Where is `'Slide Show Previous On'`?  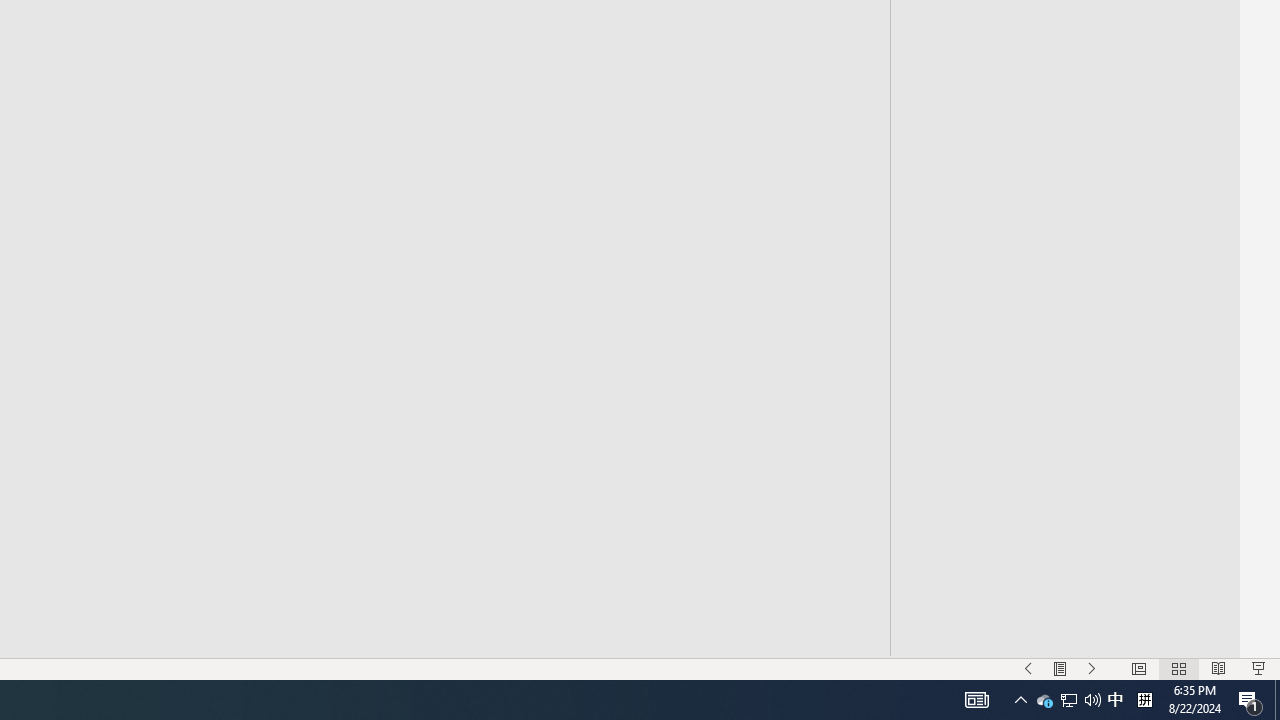
'Slide Show Previous On' is located at coordinates (1028, 669).